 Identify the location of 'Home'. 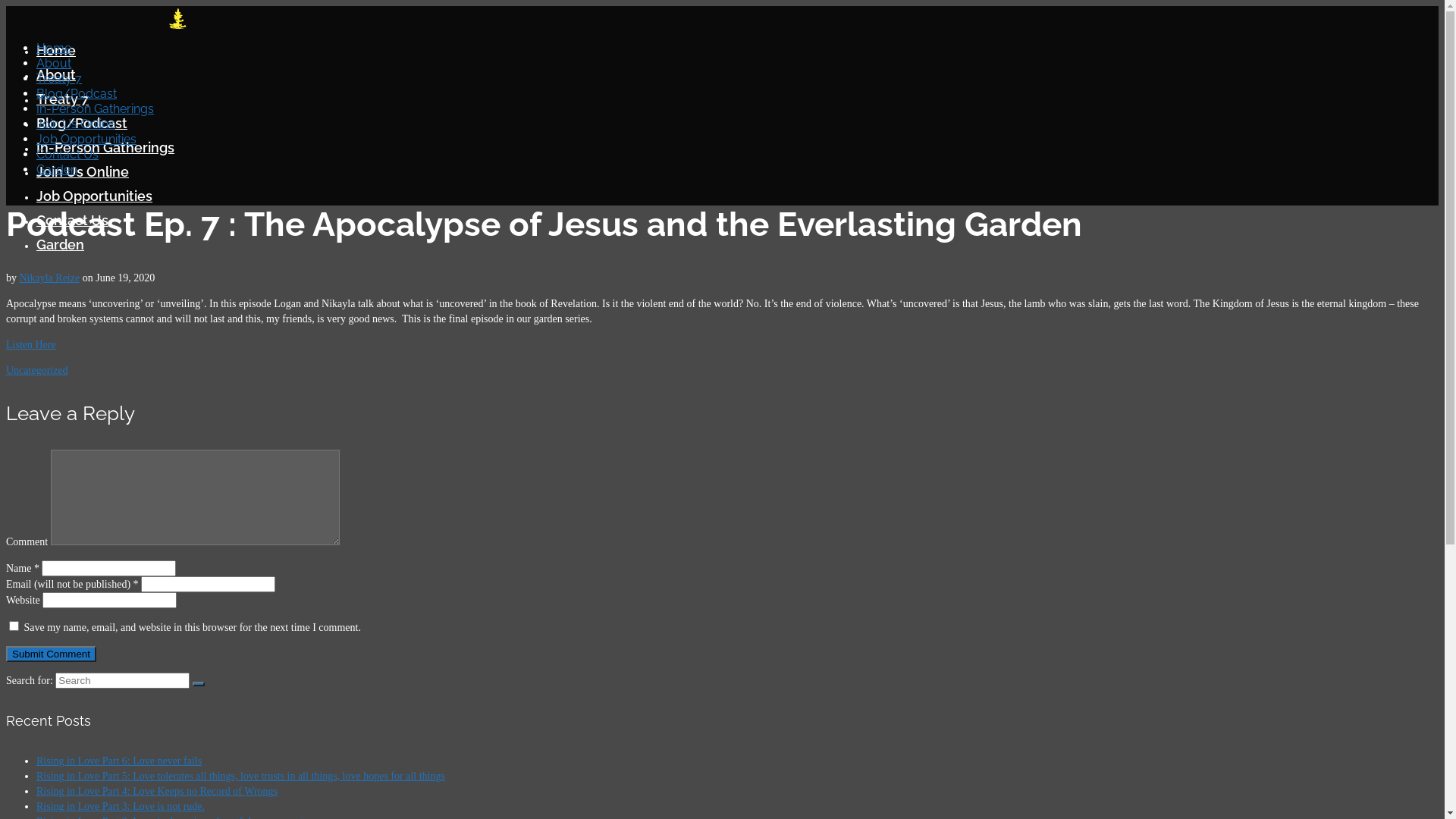
(54, 47).